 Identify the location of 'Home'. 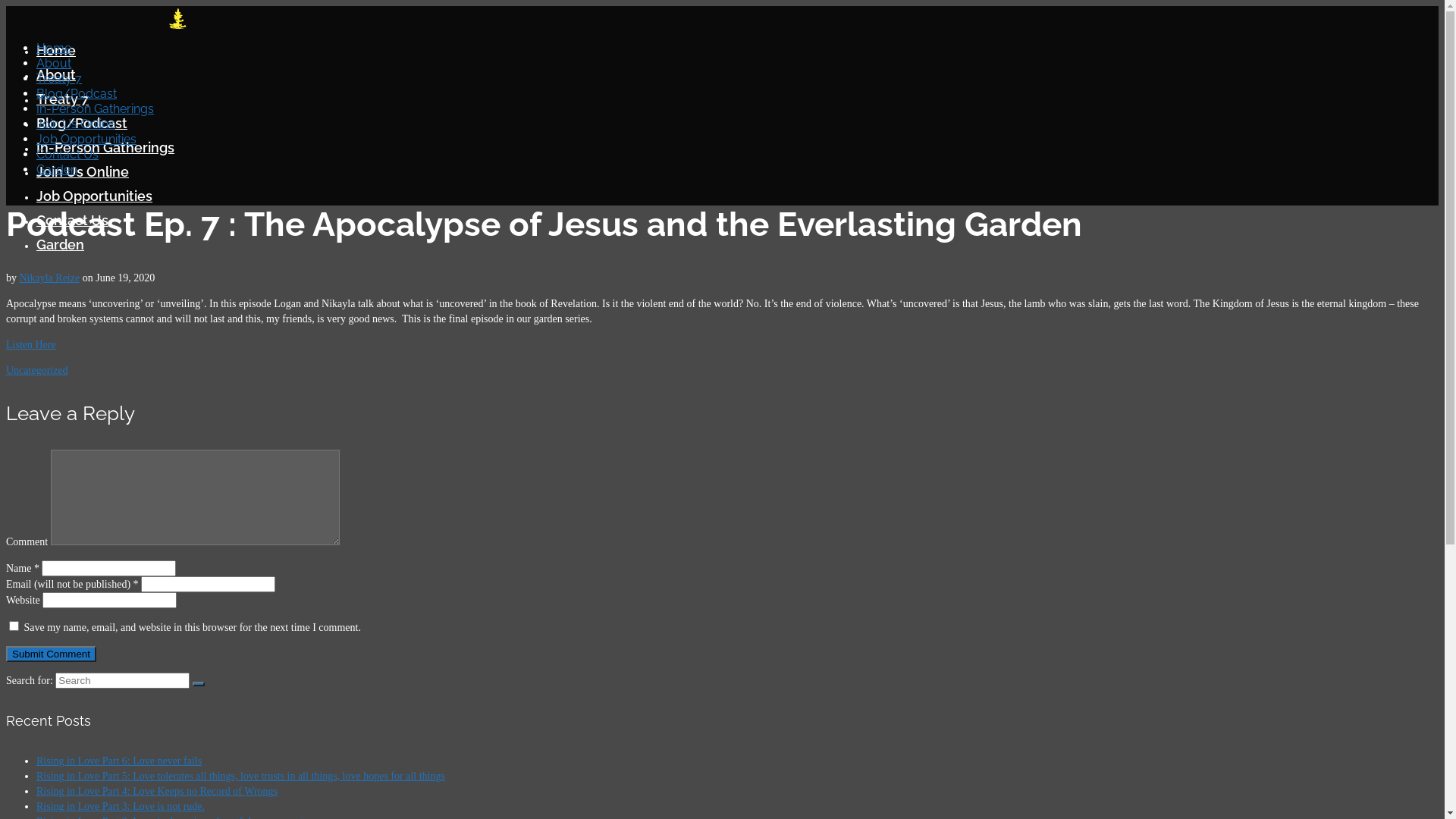
(54, 47).